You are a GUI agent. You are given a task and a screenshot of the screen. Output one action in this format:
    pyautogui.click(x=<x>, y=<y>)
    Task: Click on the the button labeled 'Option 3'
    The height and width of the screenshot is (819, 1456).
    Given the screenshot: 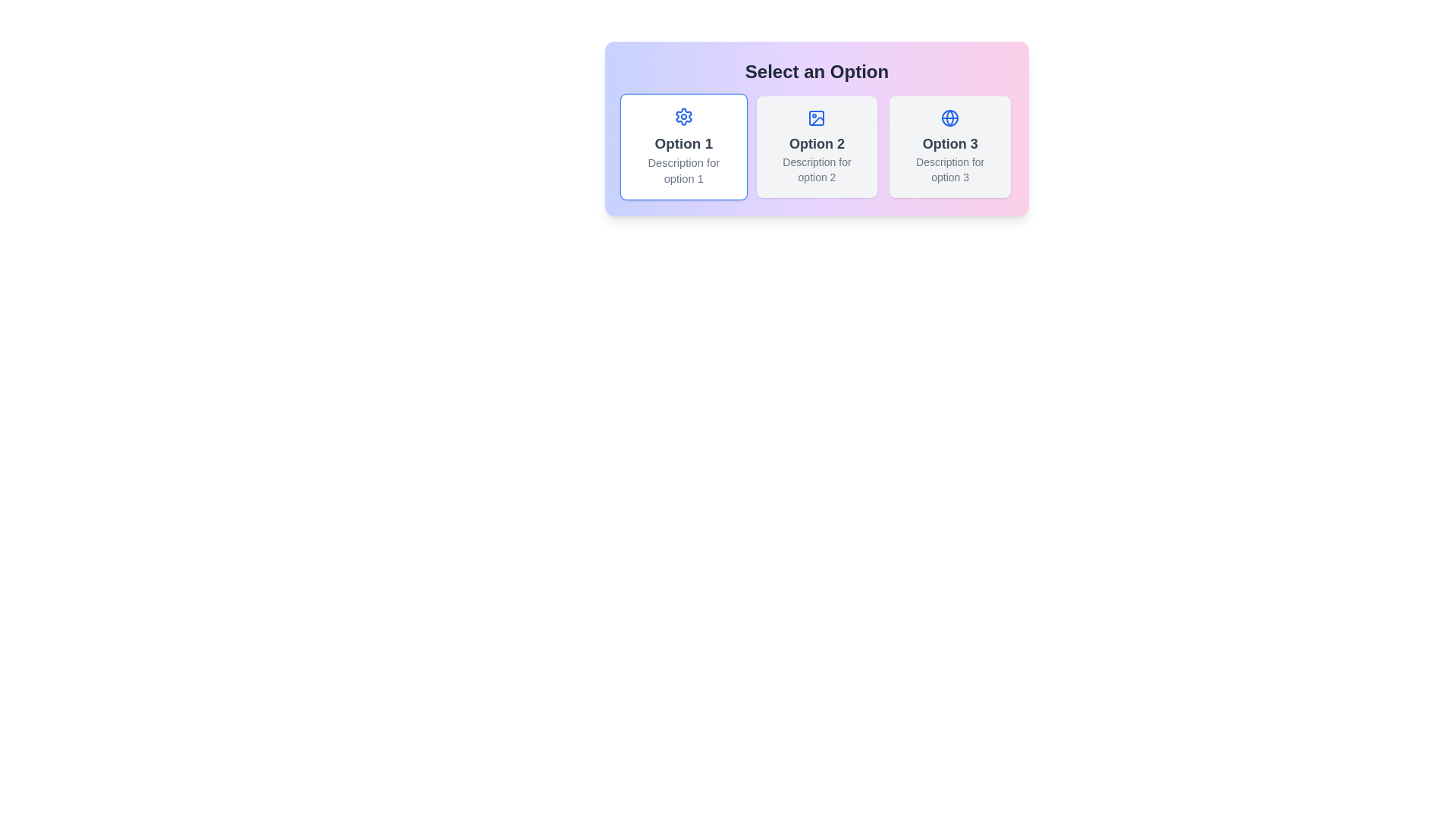 What is the action you would take?
    pyautogui.click(x=949, y=146)
    